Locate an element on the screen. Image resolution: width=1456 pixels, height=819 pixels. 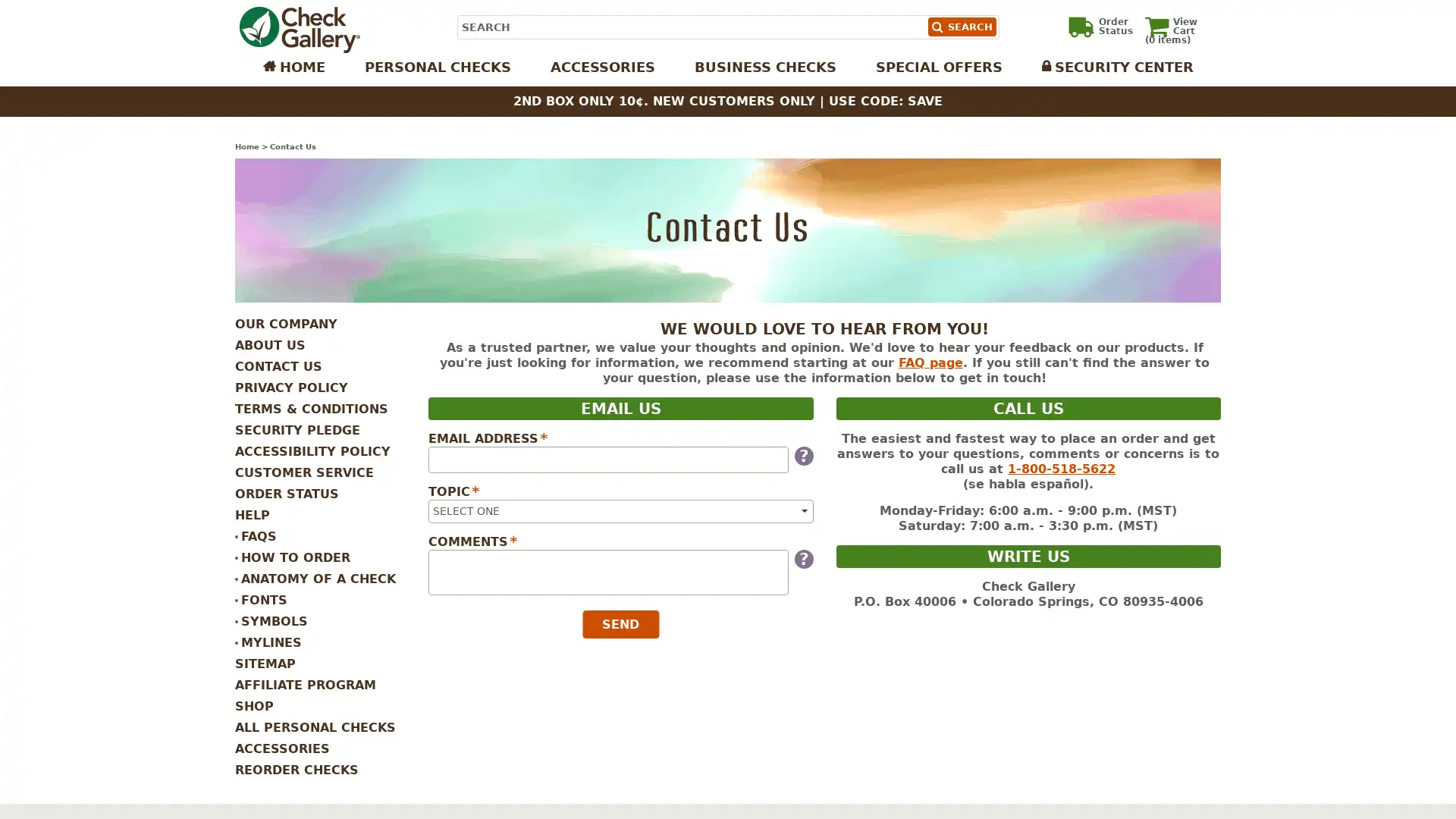
SEARCH is located at coordinates (960, 27).